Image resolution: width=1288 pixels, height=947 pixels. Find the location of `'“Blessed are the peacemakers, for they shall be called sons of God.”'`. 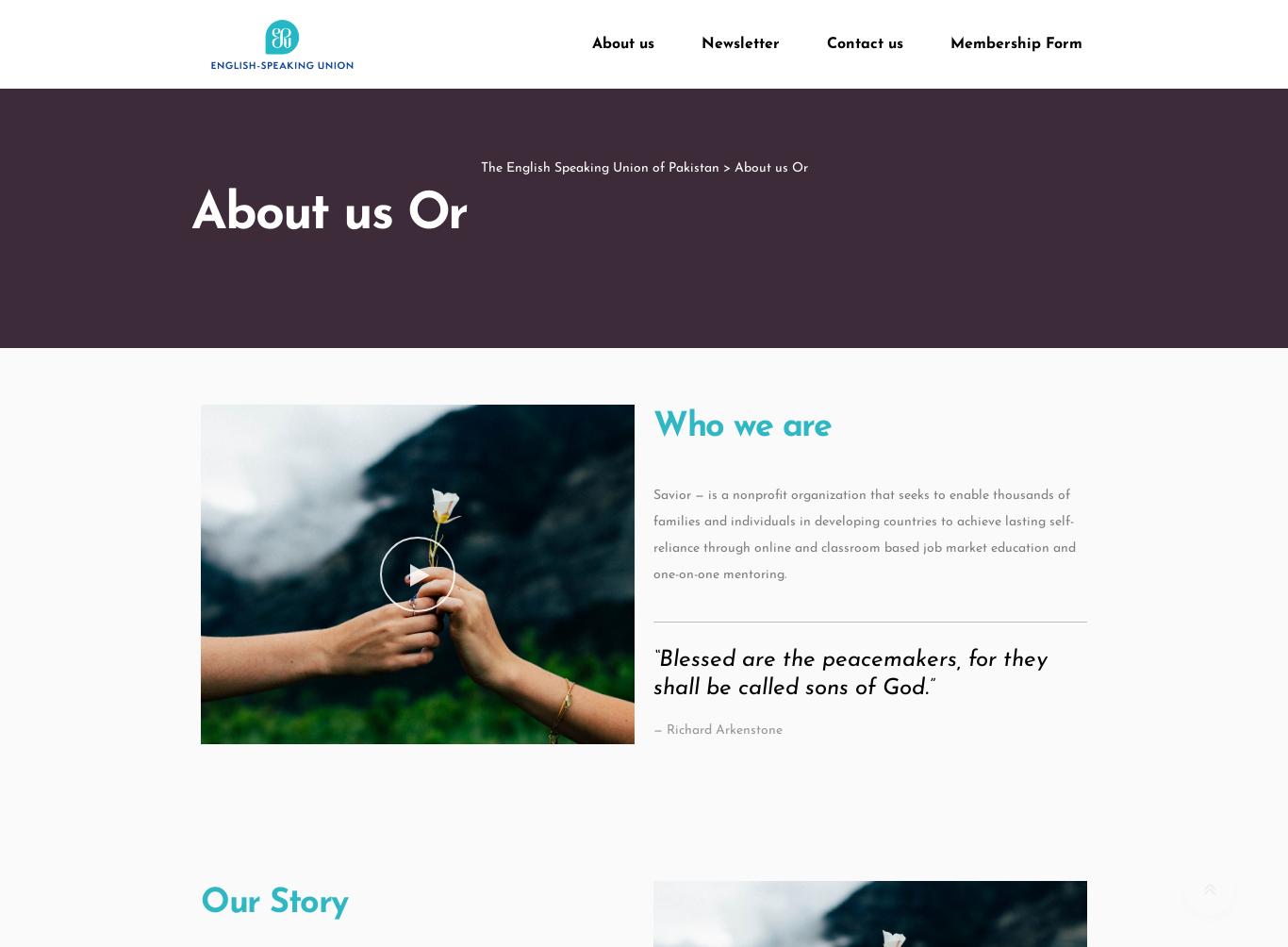

'“Blessed are the peacemakers, for they shall be called sons of God.”' is located at coordinates (849, 673).